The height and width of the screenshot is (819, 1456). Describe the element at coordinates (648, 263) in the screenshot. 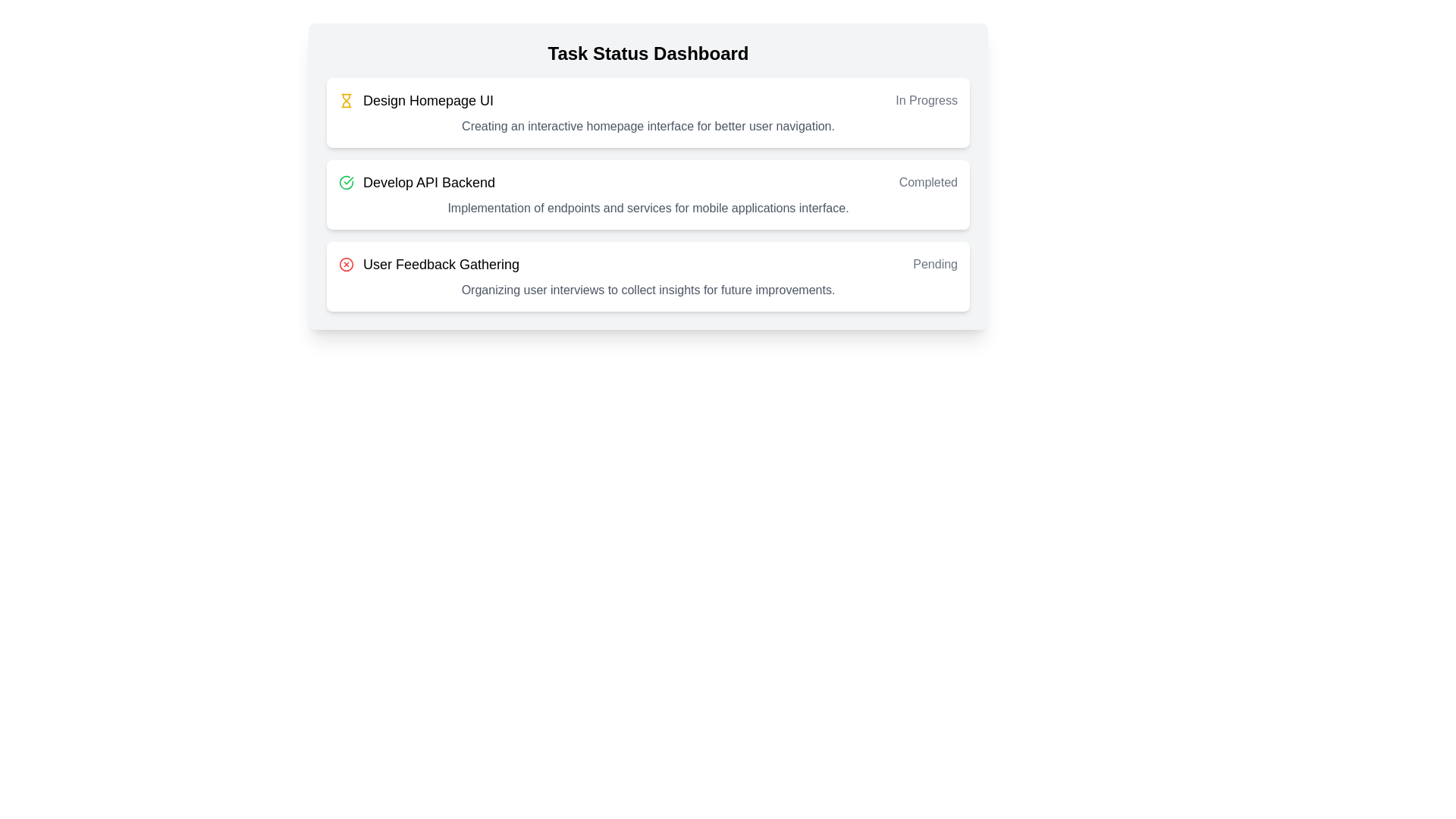

I see `the Task display panel showing 'User Feedback Gathering' with status 'Pending', which is the third item in the vertical list layout` at that location.